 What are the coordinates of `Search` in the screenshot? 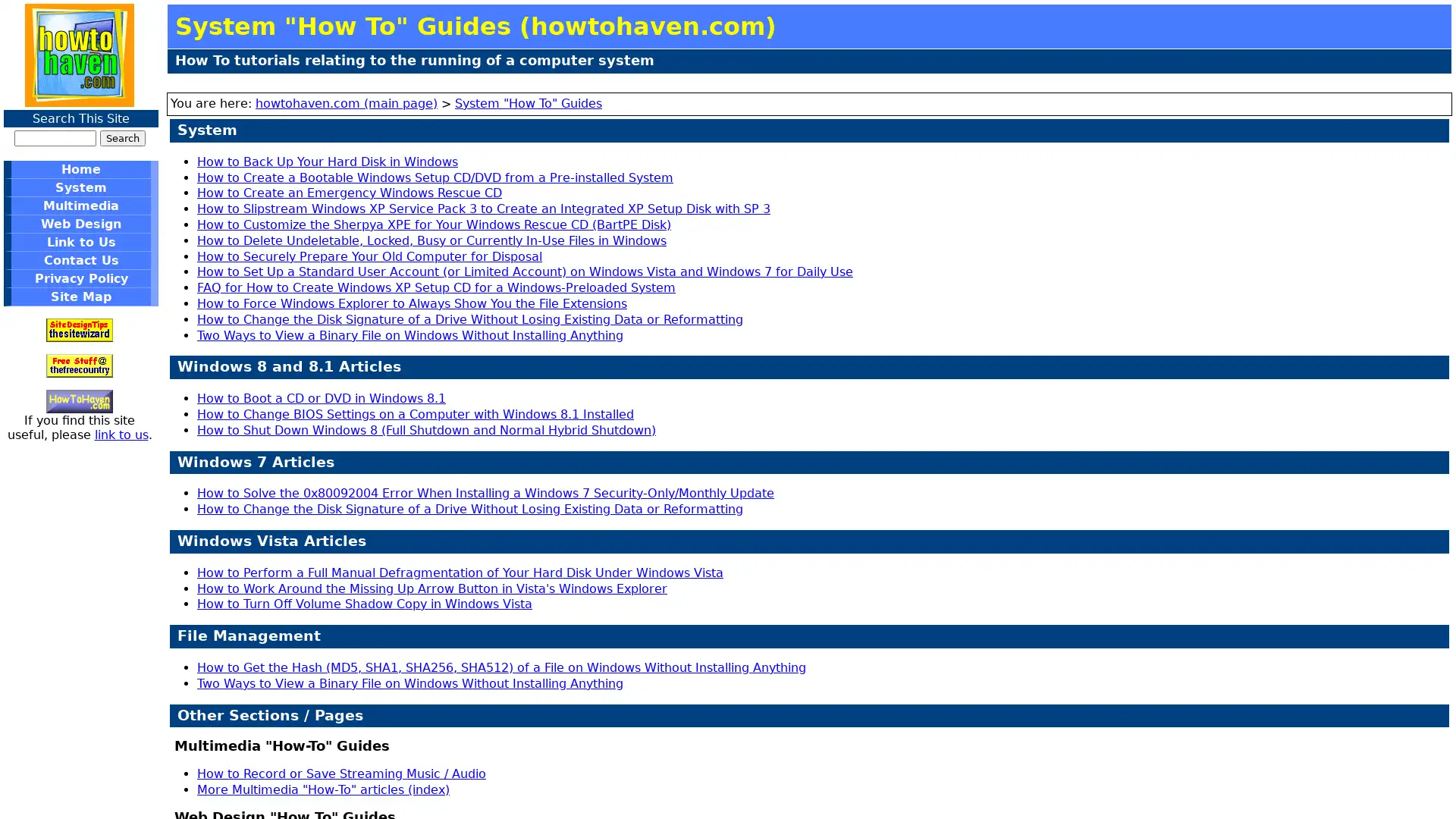 It's located at (122, 138).